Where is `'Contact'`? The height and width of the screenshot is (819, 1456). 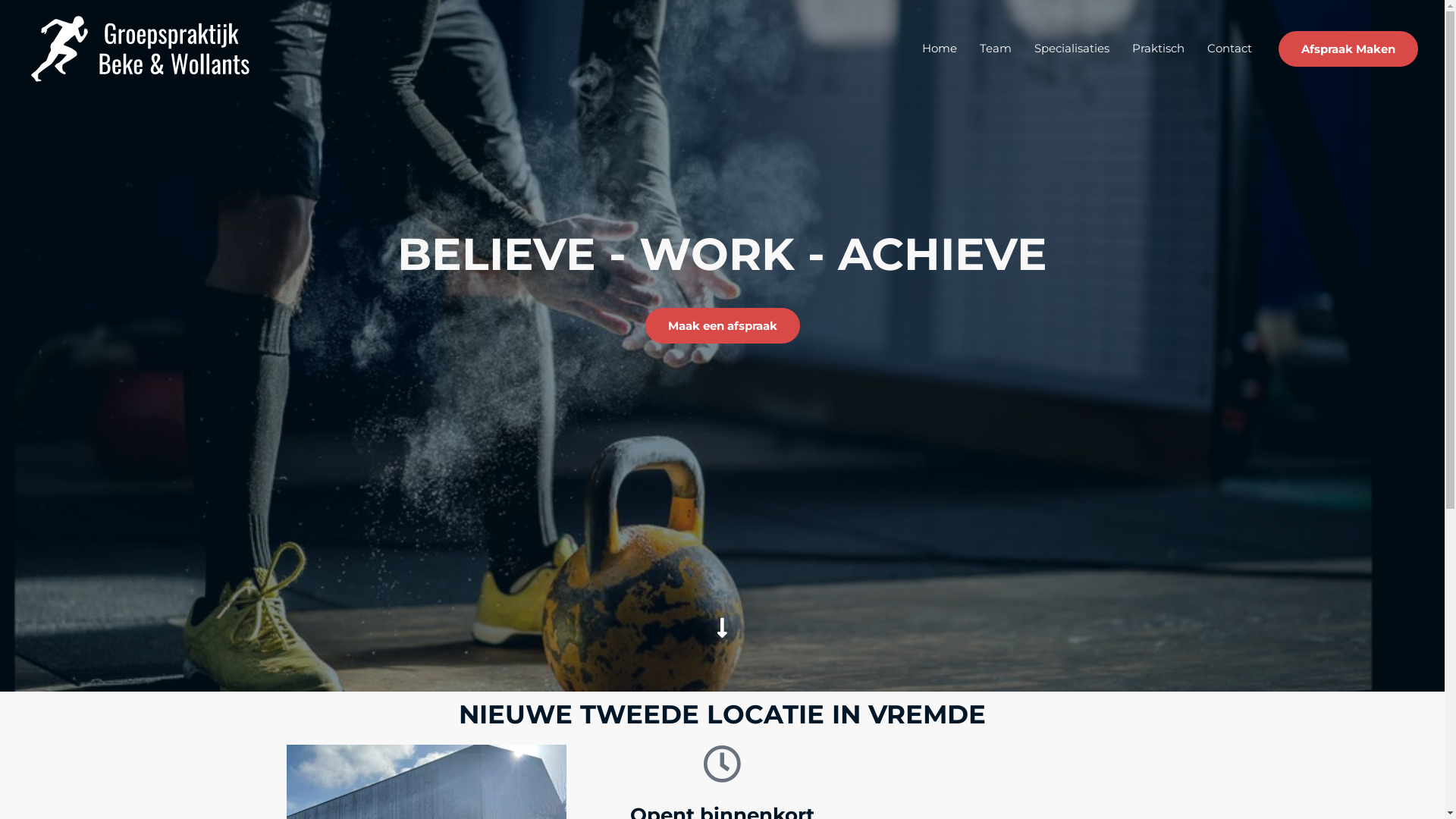
'Contact' is located at coordinates (1229, 48).